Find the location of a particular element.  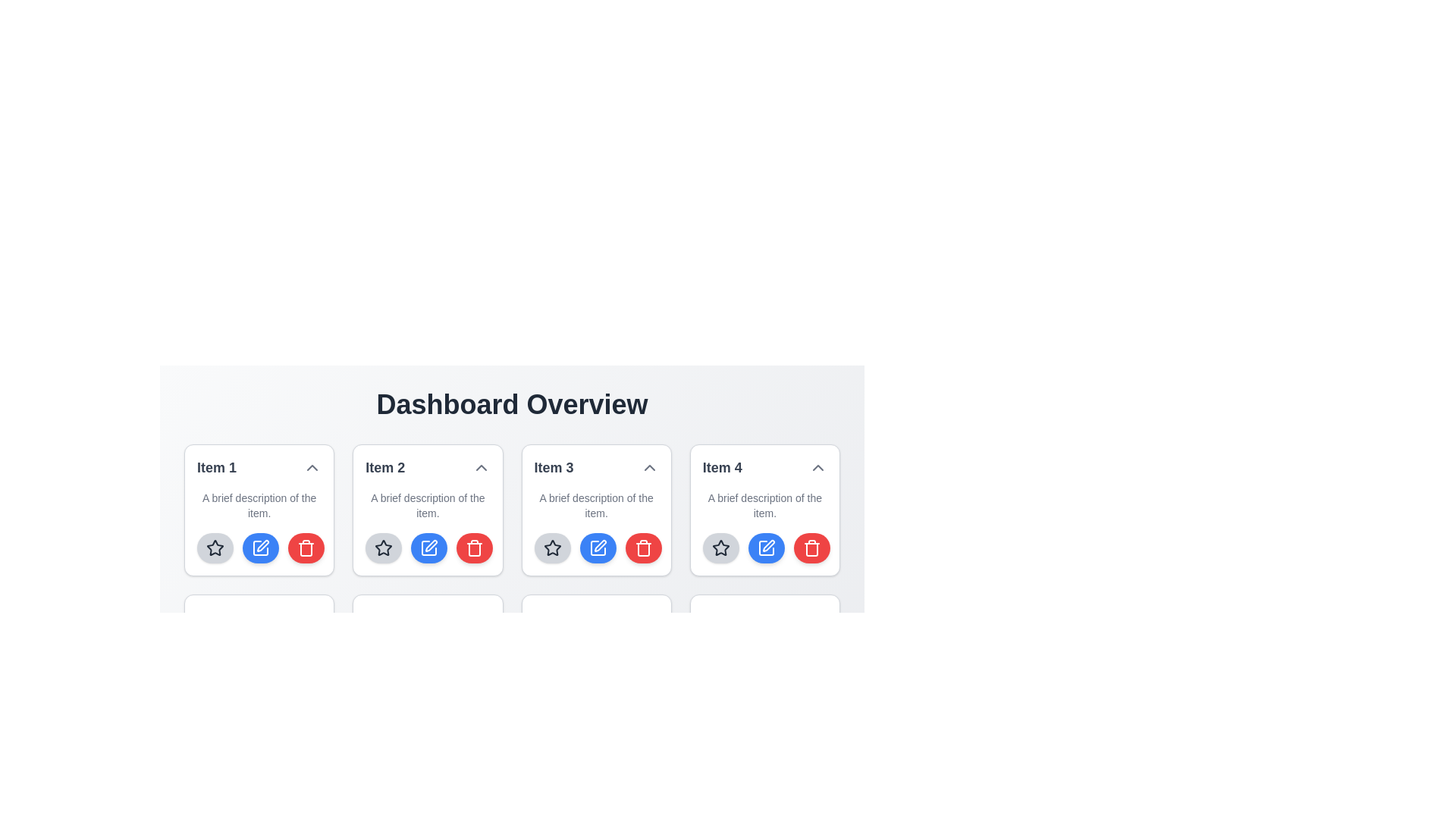

the blue circular icon button depicting a pen in the edit section of the control panel for Item 3 is located at coordinates (599, 546).